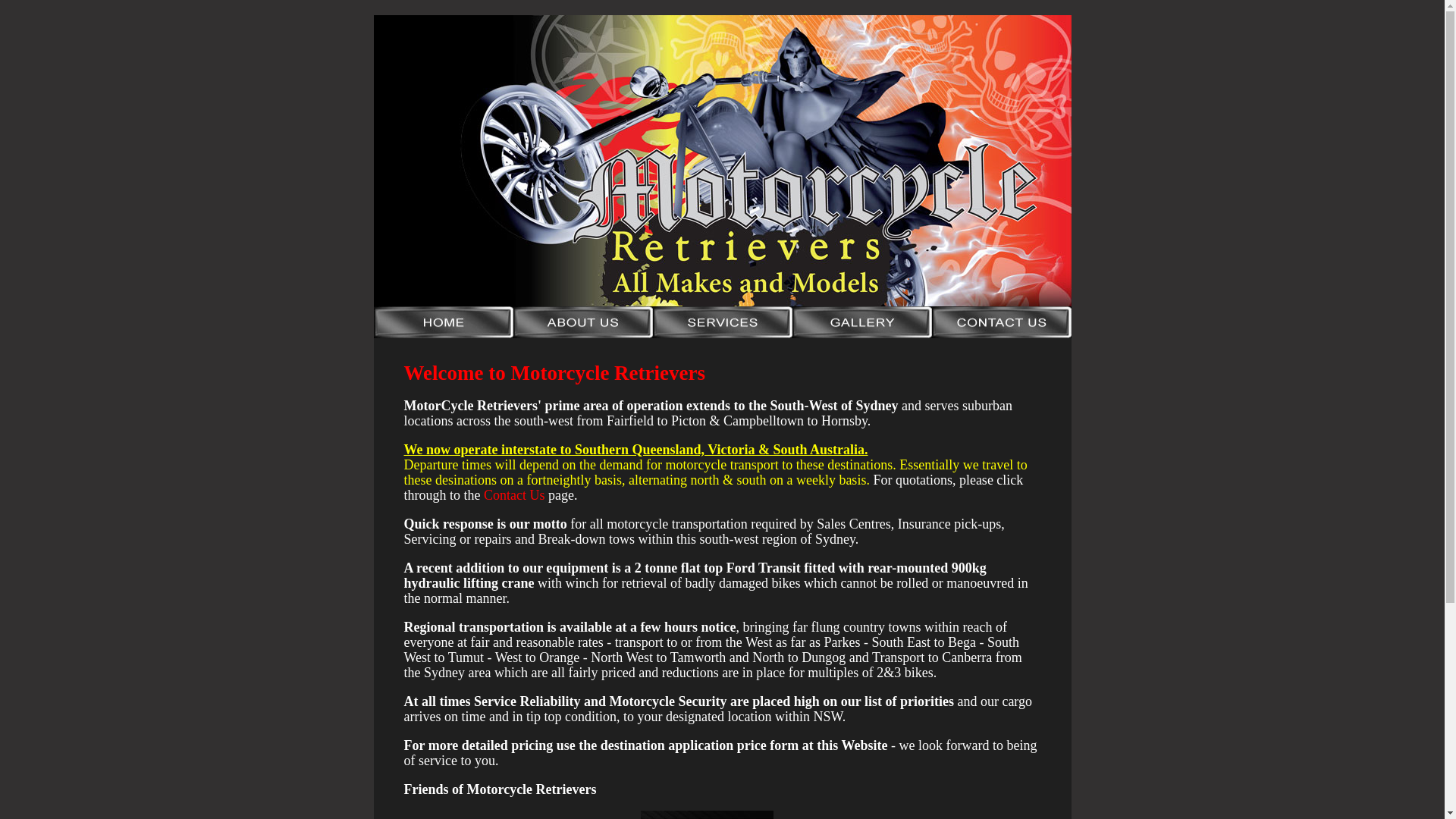  Describe the element at coordinates (514, 494) in the screenshot. I see `'Contact Us'` at that location.